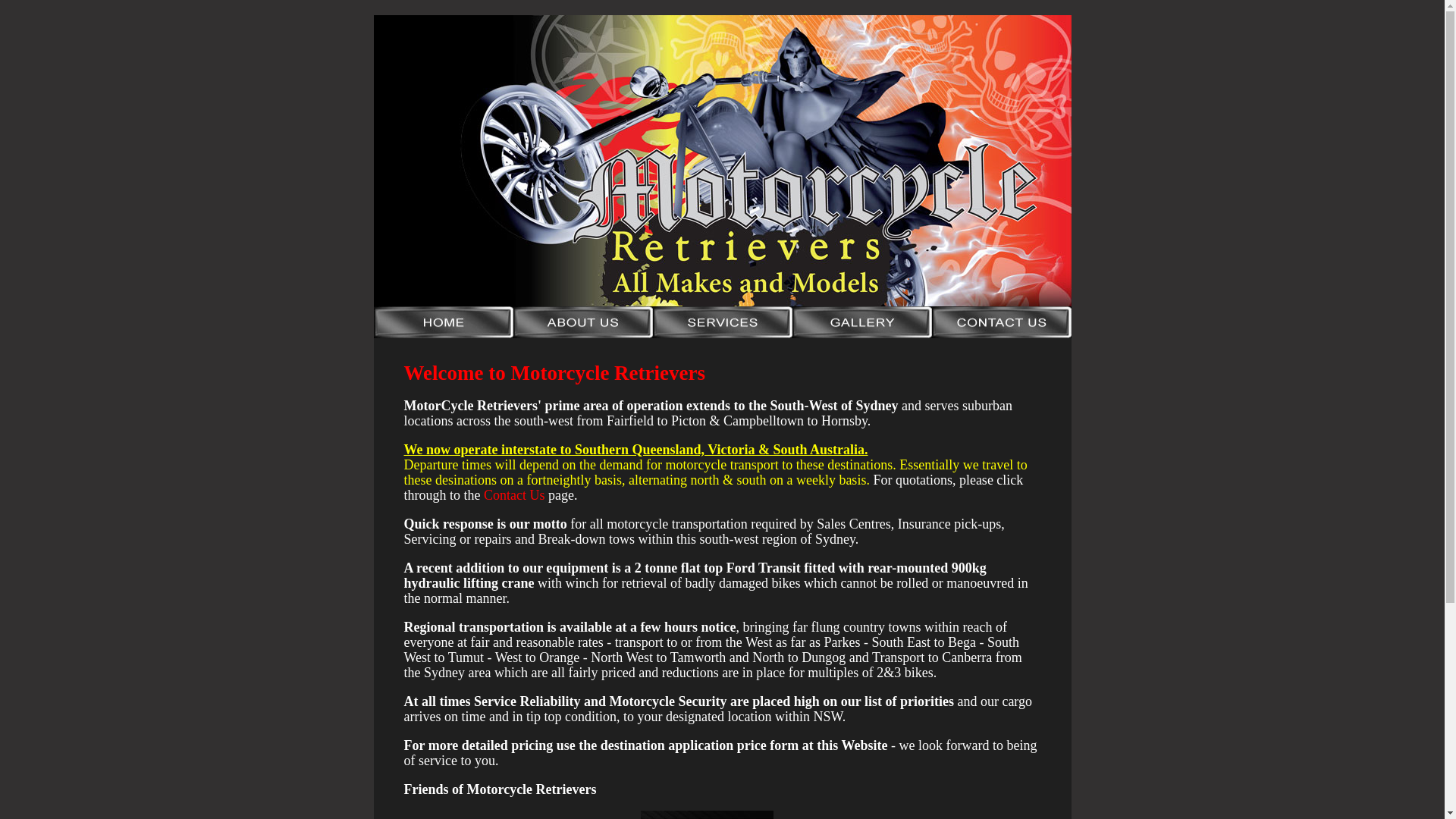  Describe the element at coordinates (514, 494) in the screenshot. I see `'Contact Us'` at that location.